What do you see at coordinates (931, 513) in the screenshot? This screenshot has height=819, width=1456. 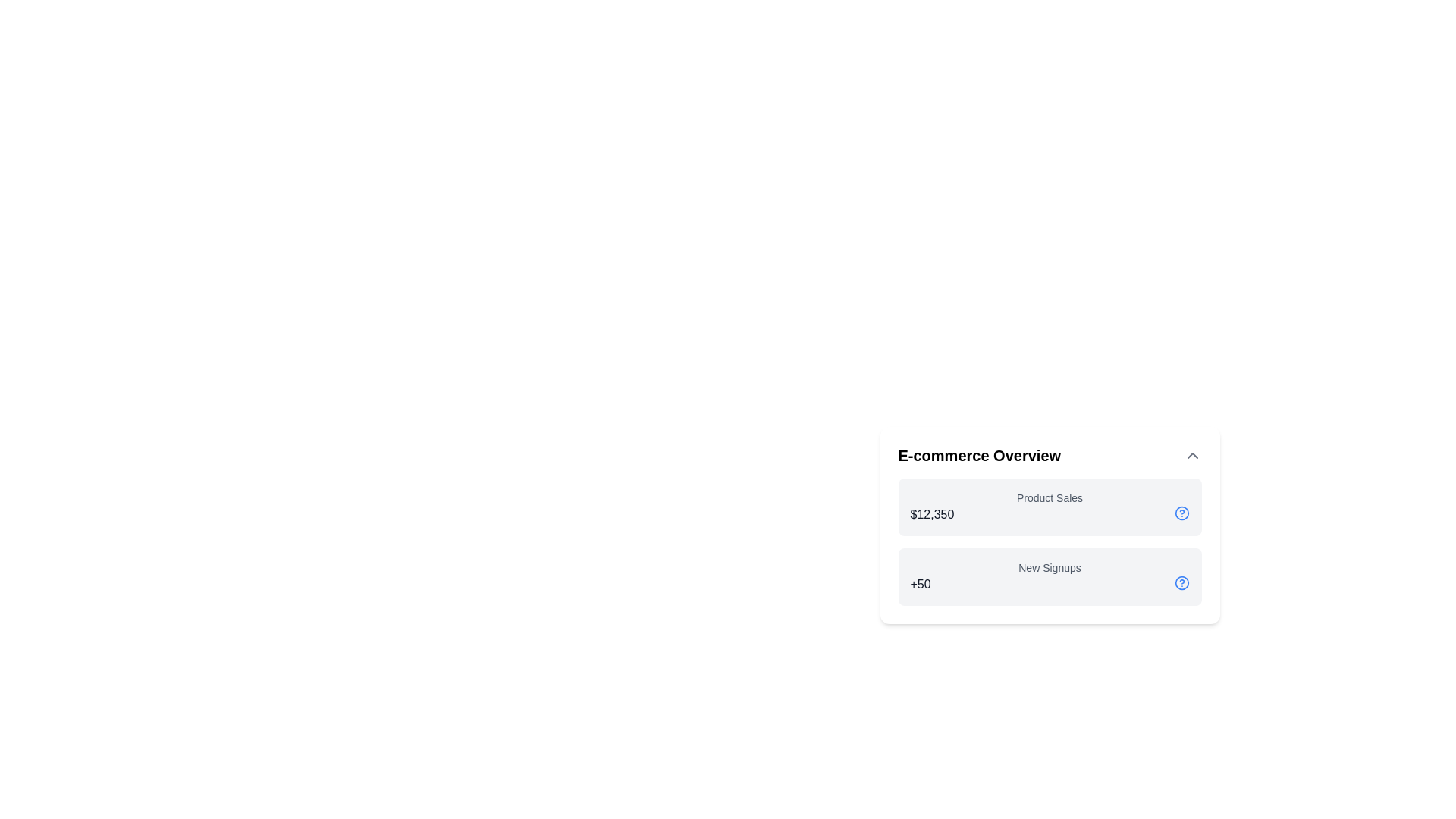 I see `displayed value of the Text Display showing '$12,350' in the 'E-commerce Overview' panel` at bounding box center [931, 513].